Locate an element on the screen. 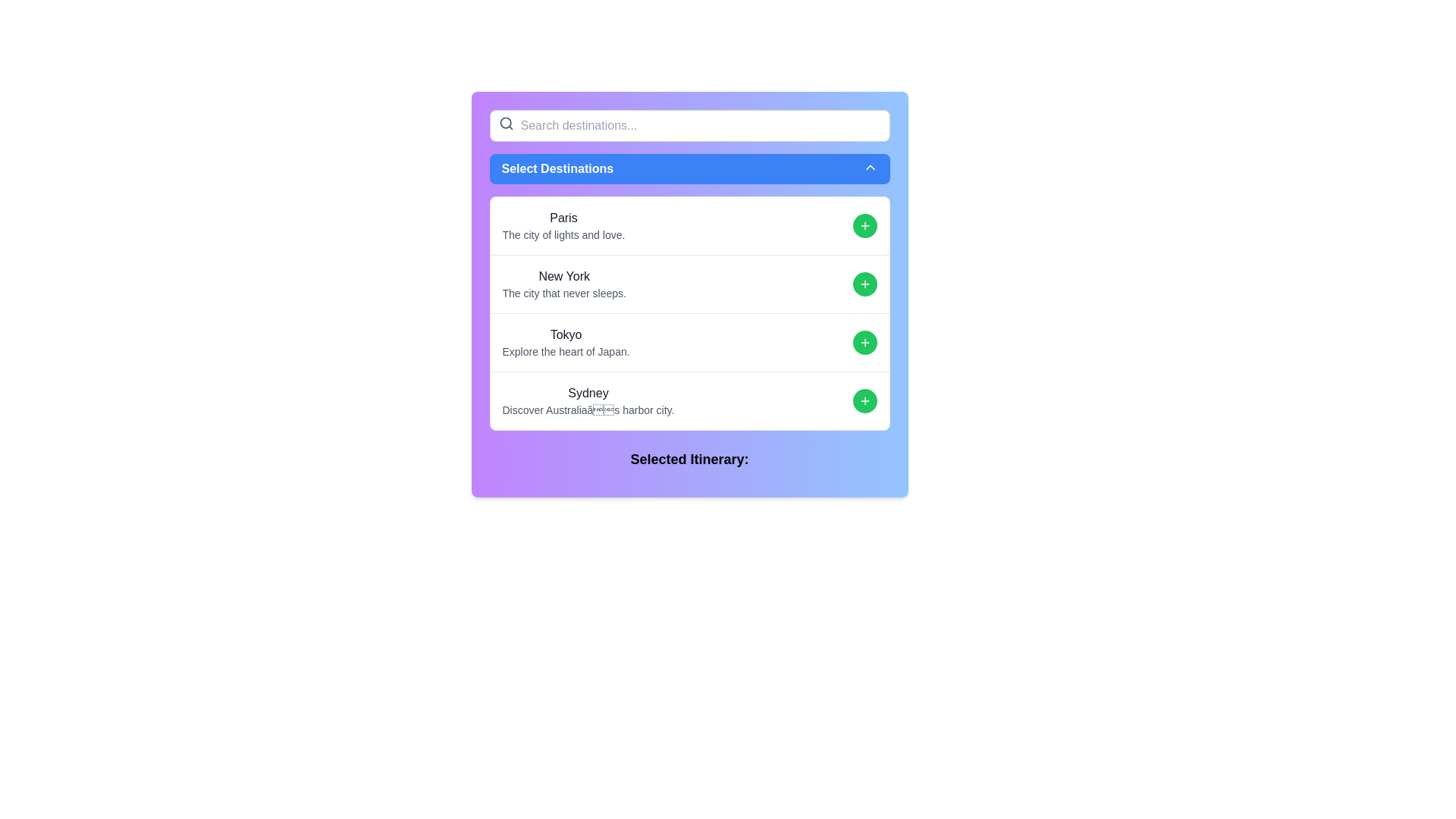  the first green circular '+' icon located to the right of the text items 'Paris' and 'New York' in the 'Select Destinations' section is located at coordinates (864, 225).